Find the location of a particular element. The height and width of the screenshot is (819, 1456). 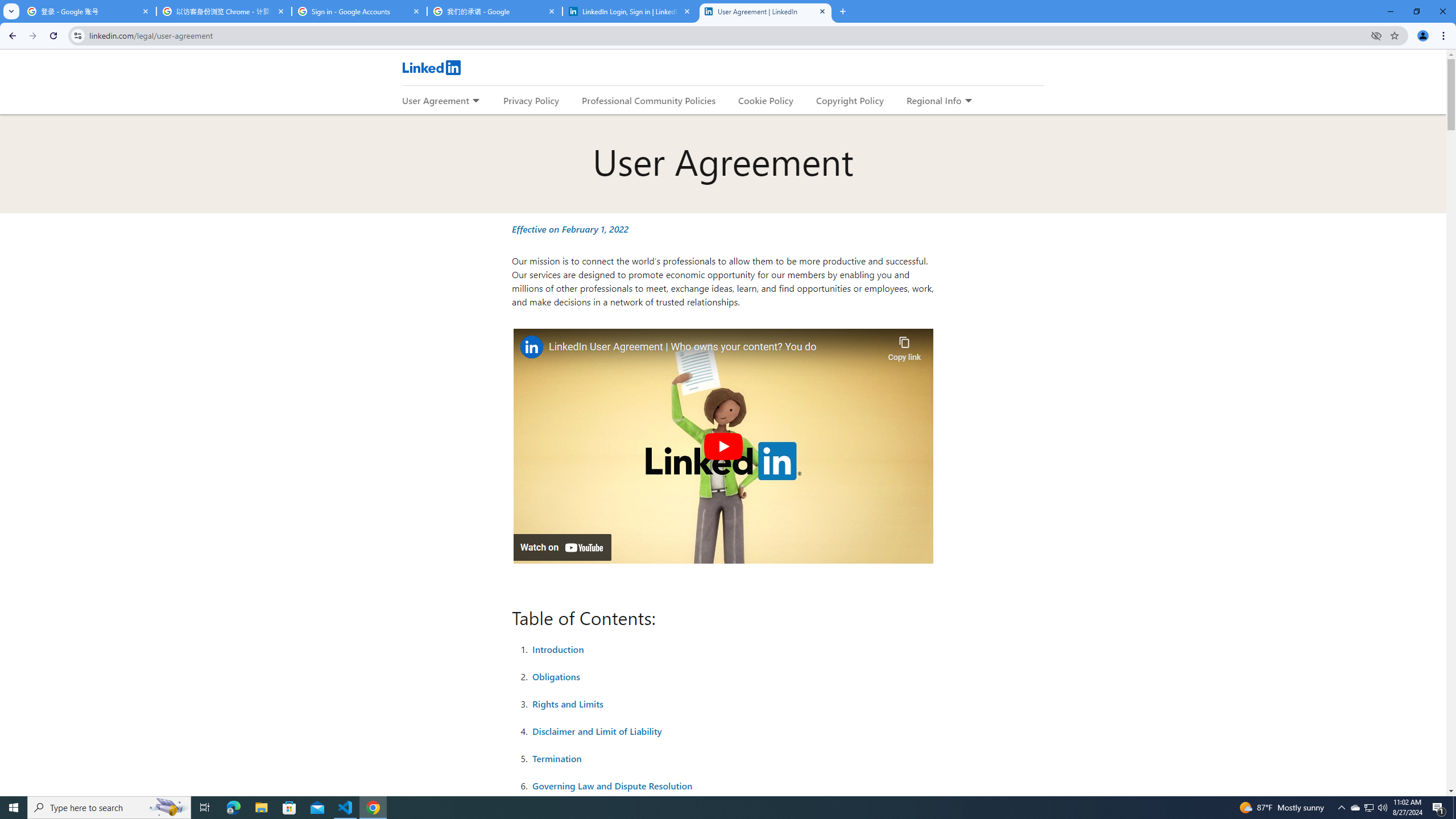

'Expand to show more links for User Agreement' is located at coordinates (475, 101).